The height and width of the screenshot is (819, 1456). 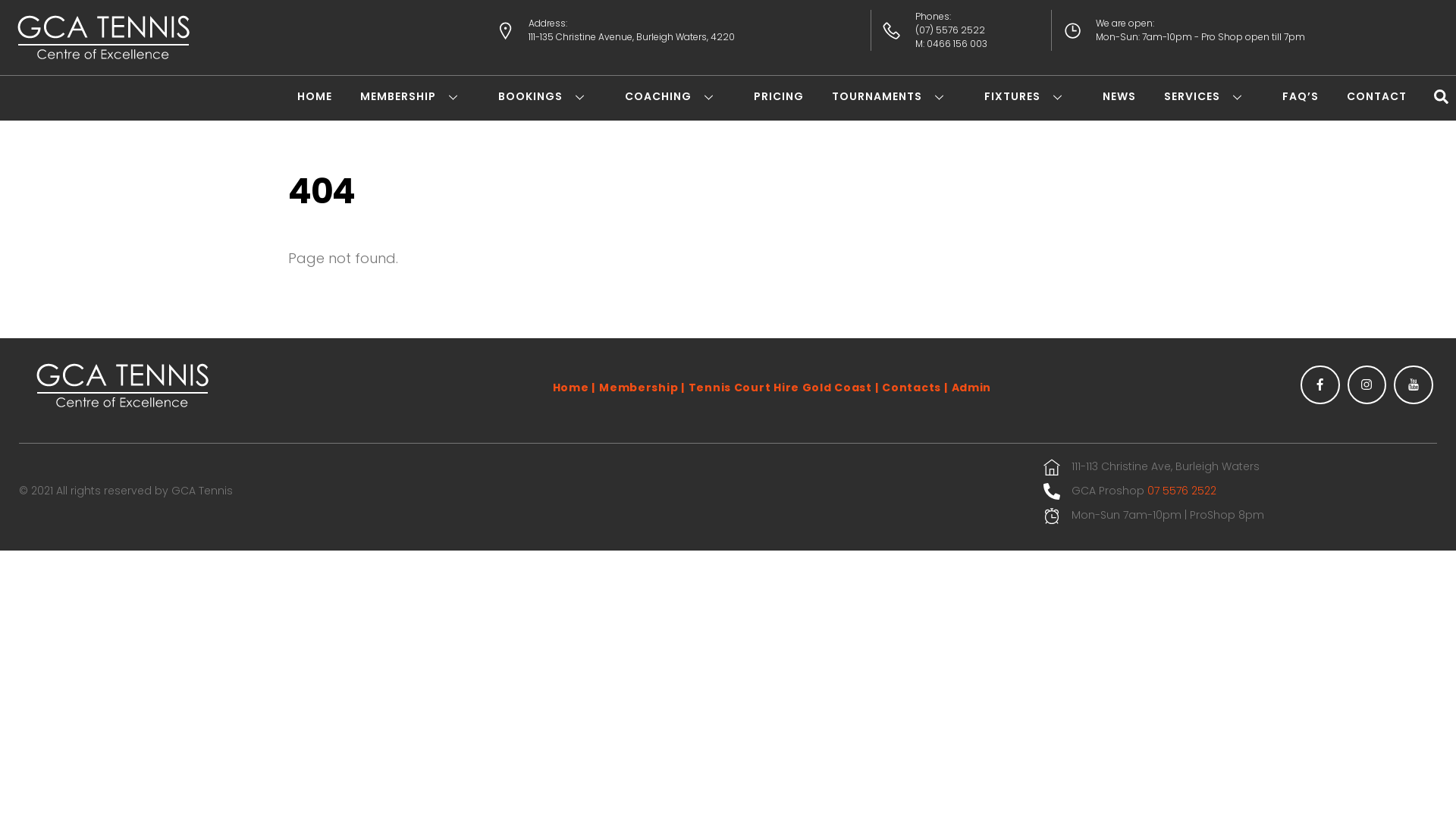 What do you see at coordinates (984, 96) in the screenshot?
I see `'FIXTURES'` at bounding box center [984, 96].